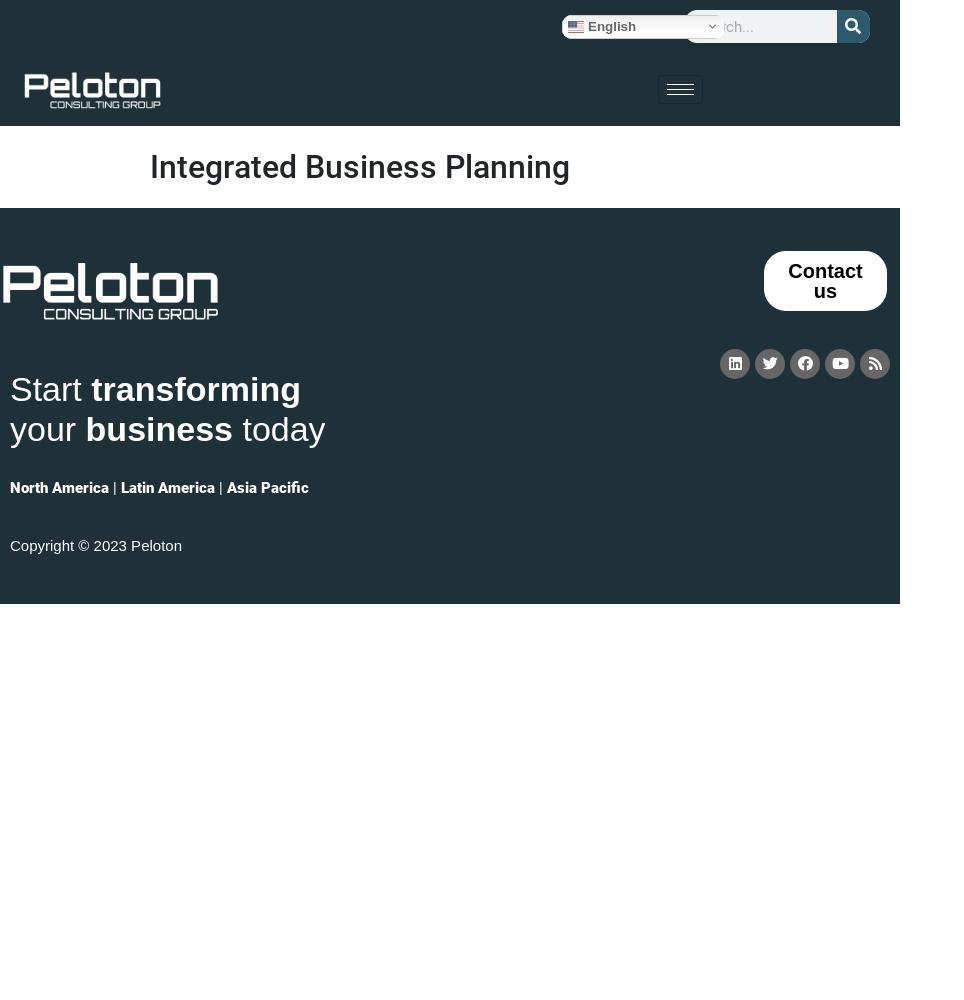 Image resolution: width=964 pixels, height=1000 pixels. I want to click on 'North America', so click(59, 486).